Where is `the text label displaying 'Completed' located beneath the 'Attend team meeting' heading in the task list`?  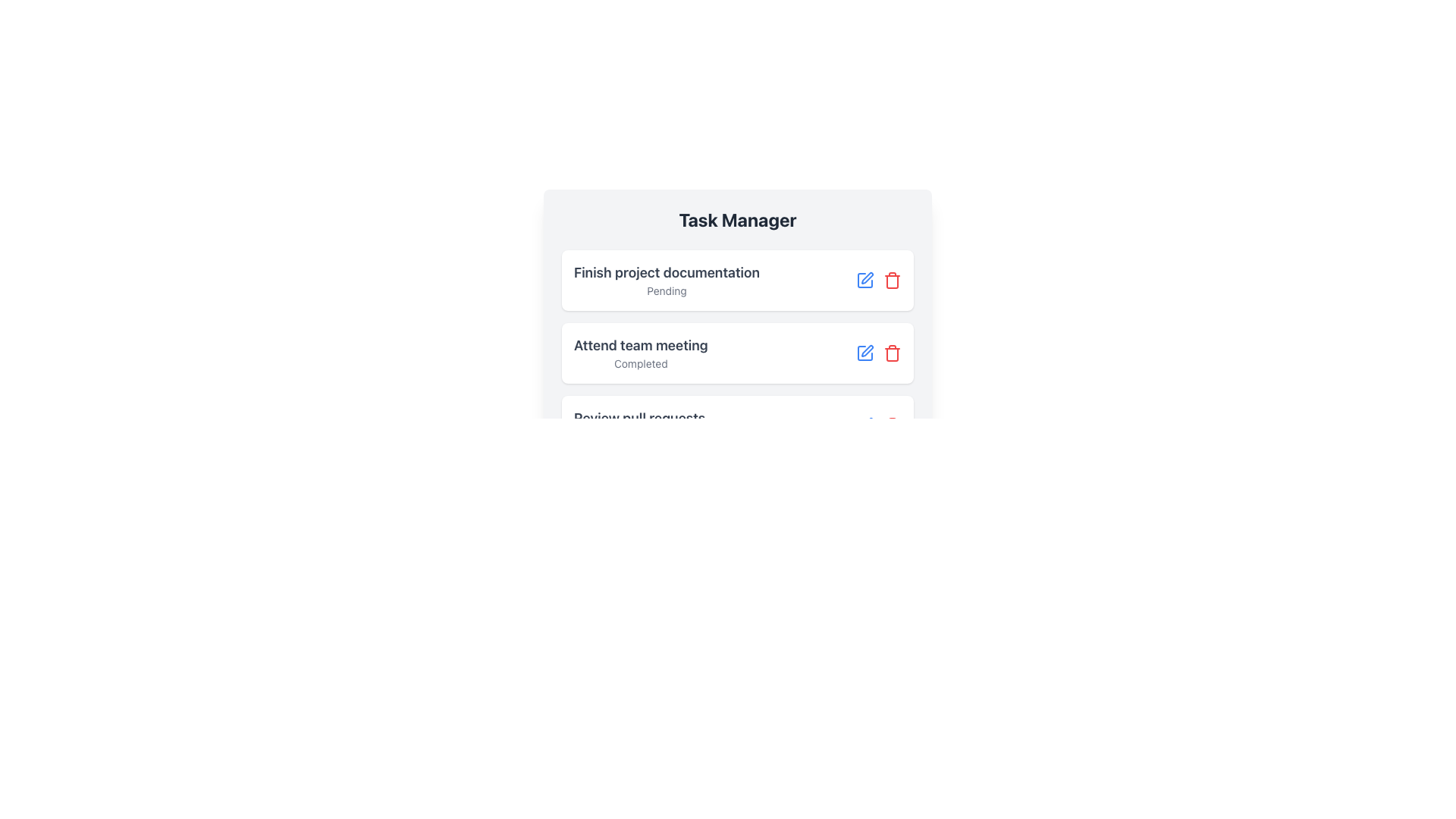
the text label displaying 'Completed' located beneath the 'Attend team meeting' heading in the task list is located at coordinates (641, 363).